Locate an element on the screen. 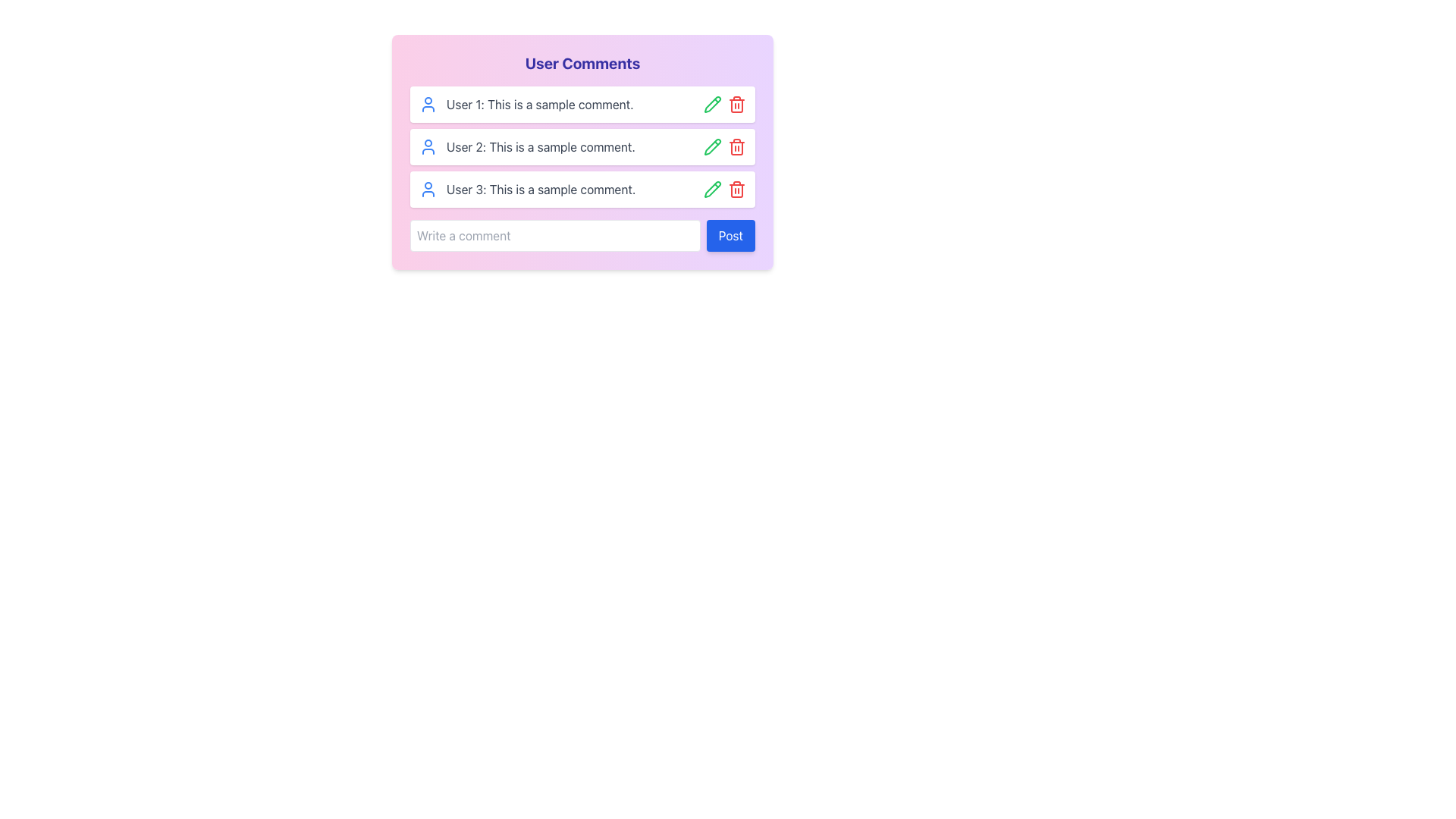  the edit icon located at the right end of the second row of user comments is located at coordinates (712, 104).